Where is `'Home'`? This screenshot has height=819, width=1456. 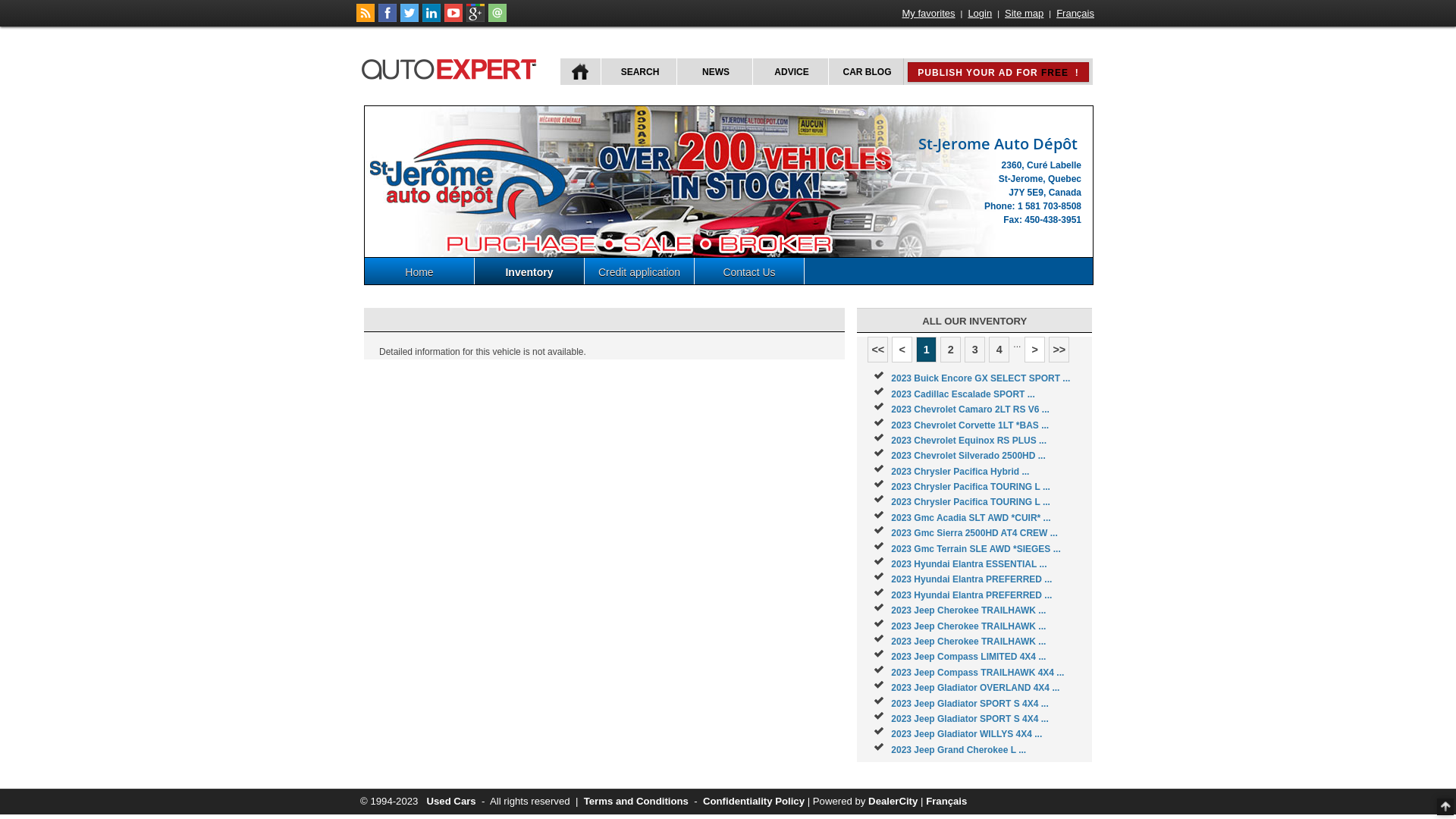
'Home' is located at coordinates (419, 270).